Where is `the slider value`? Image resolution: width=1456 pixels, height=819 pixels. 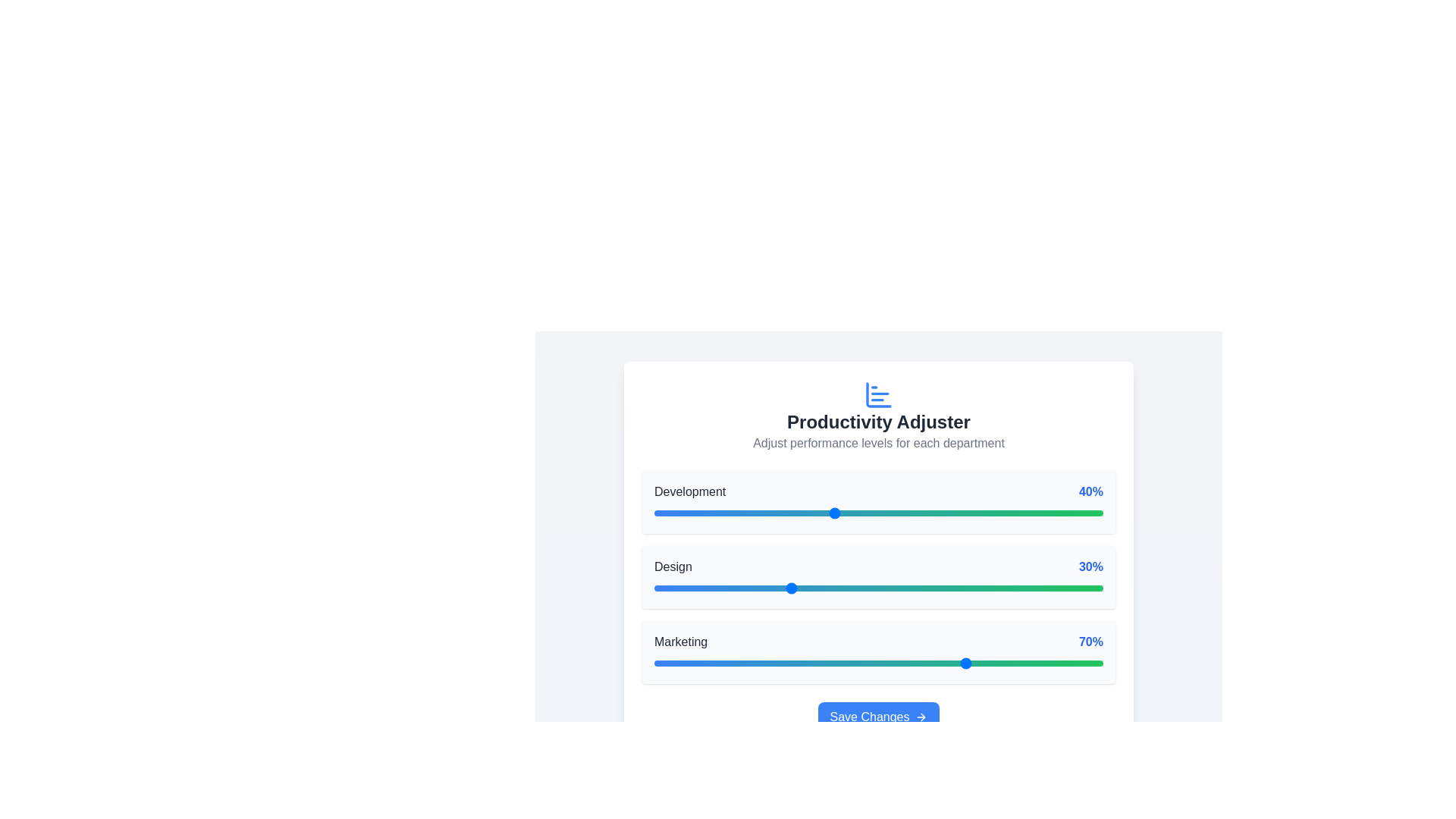 the slider value is located at coordinates (990, 663).